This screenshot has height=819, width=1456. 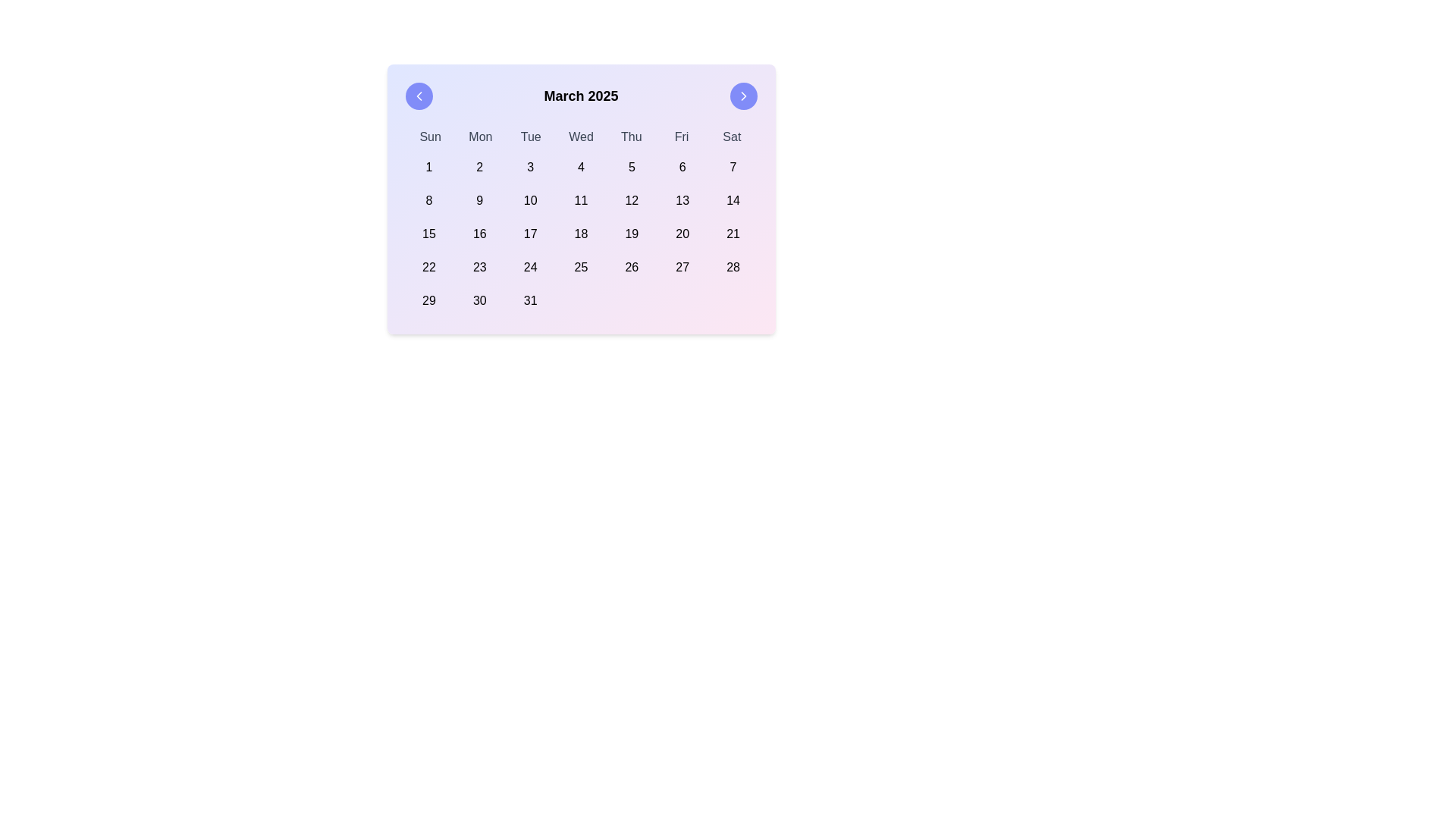 What do you see at coordinates (479, 137) in the screenshot?
I see `the text label displaying 'Mon' in the calendar interface, which is styled with a center-aligned font and medium weight, located between 'Sun' and 'Tue'` at bounding box center [479, 137].